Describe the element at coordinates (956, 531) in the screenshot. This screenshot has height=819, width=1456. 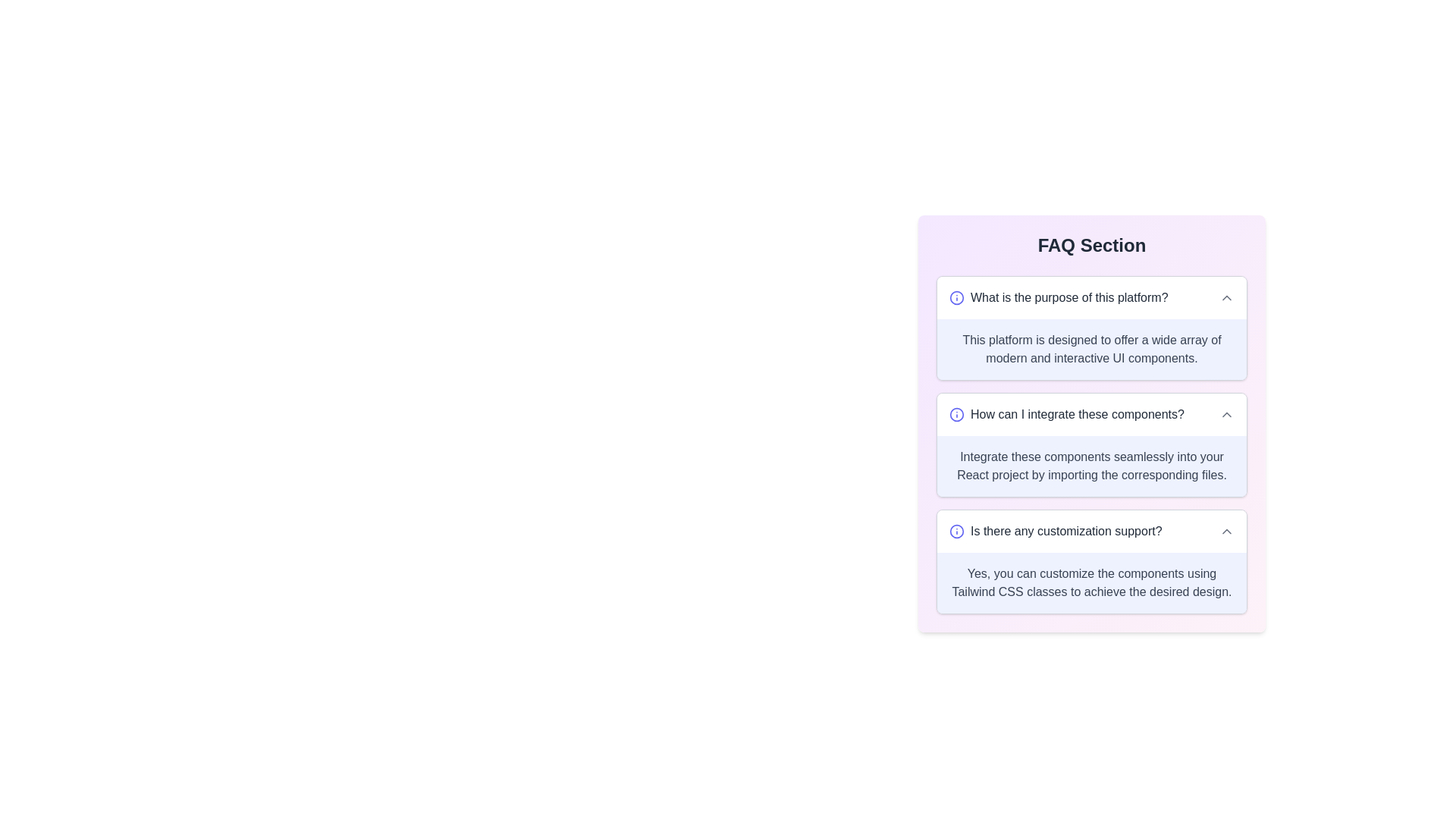
I see `the red circular SVG element that is part of the information icon next to the third FAQ item` at that location.